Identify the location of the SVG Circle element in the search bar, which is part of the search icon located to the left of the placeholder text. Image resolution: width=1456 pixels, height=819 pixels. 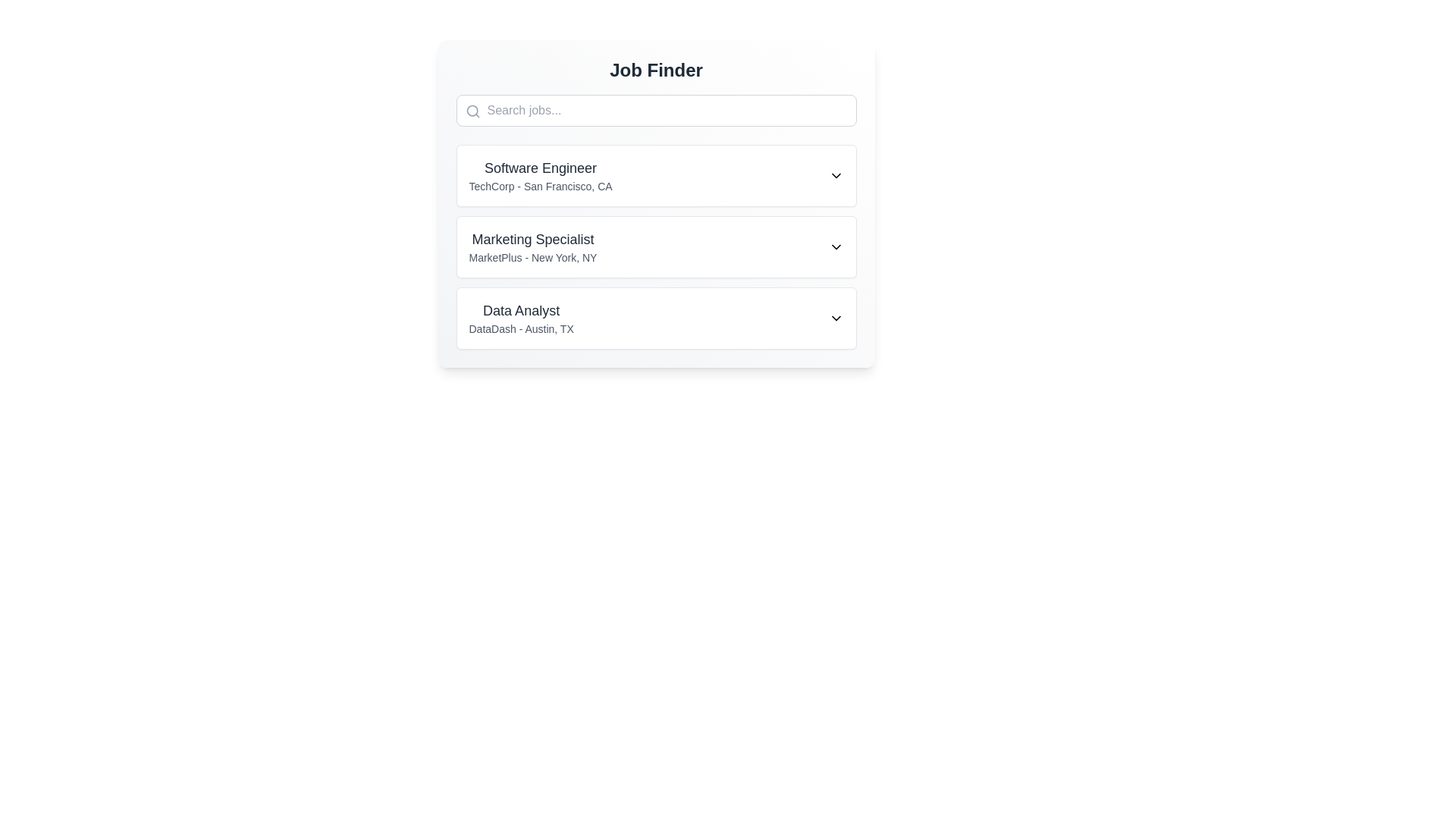
(471, 110).